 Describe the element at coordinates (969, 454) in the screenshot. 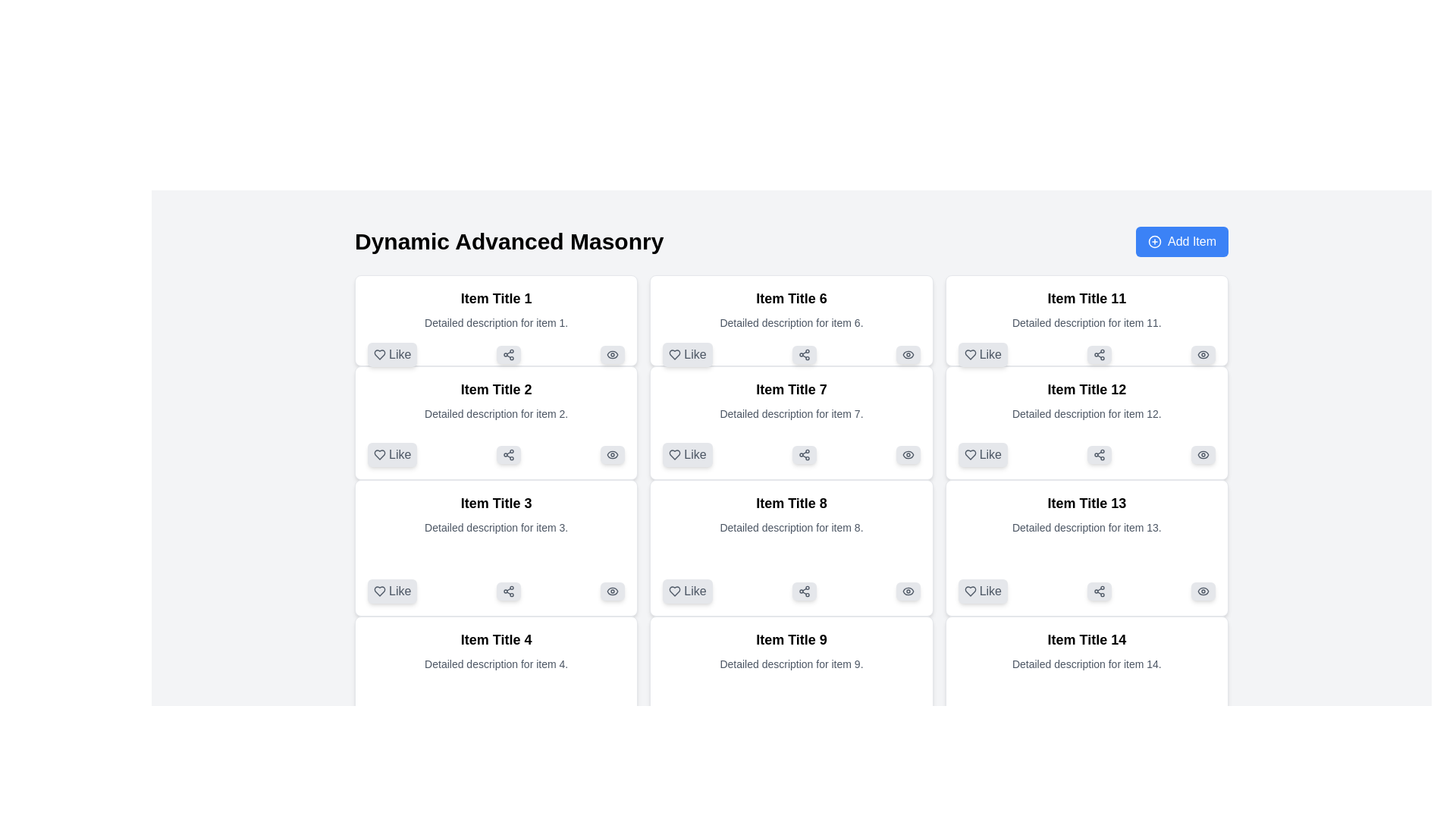

I see `the heart icon representing the 'like' or 'favorite' option for the item titled 'Item Title 12'` at that location.